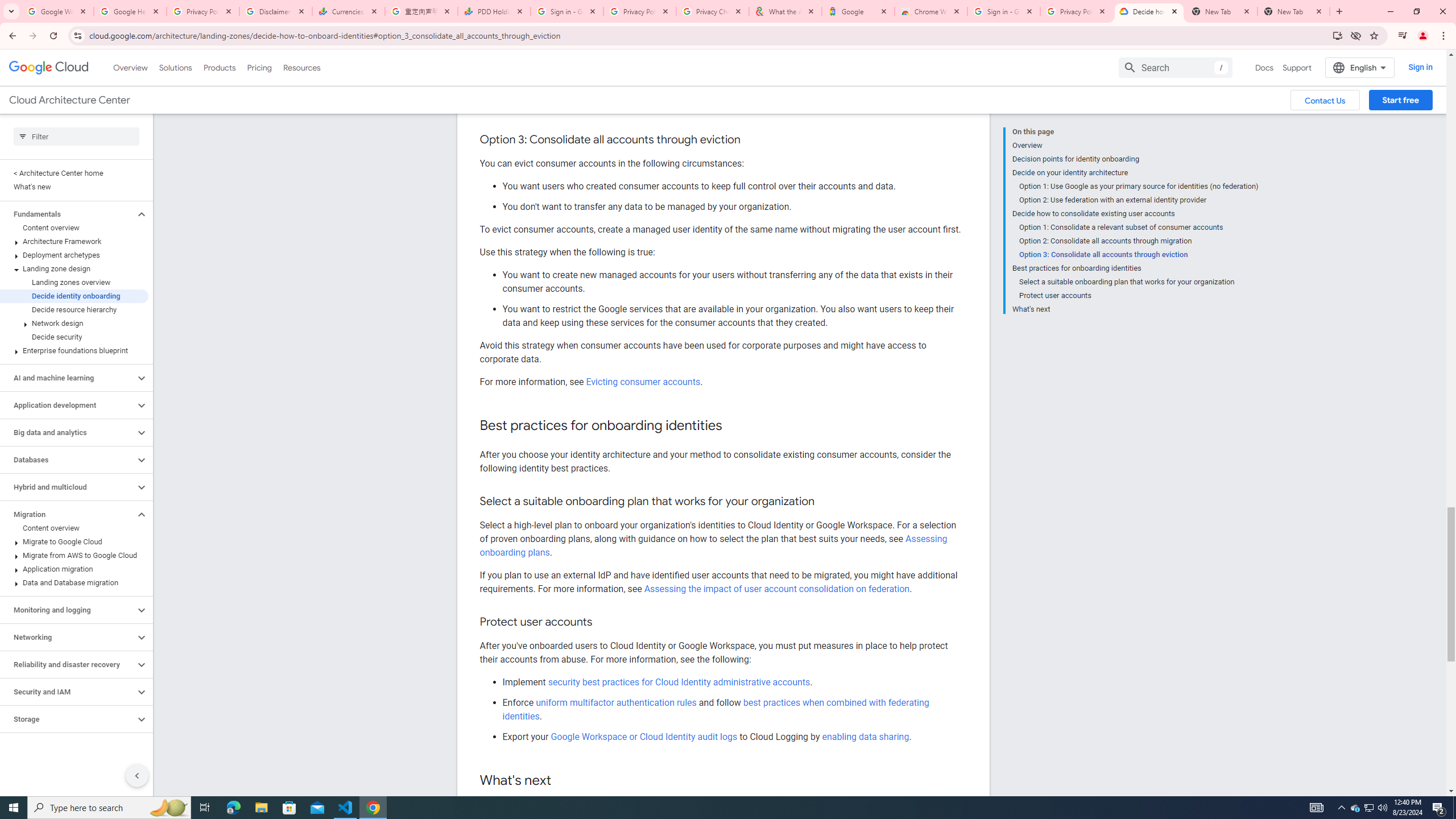 This screenshot has height=819, width=1456. What do you see at coordinates (1138, 254) in the screenshot?
I see `'Option 3: Consolidate all accounts through eviction'` at bounding box center [1138, 254].